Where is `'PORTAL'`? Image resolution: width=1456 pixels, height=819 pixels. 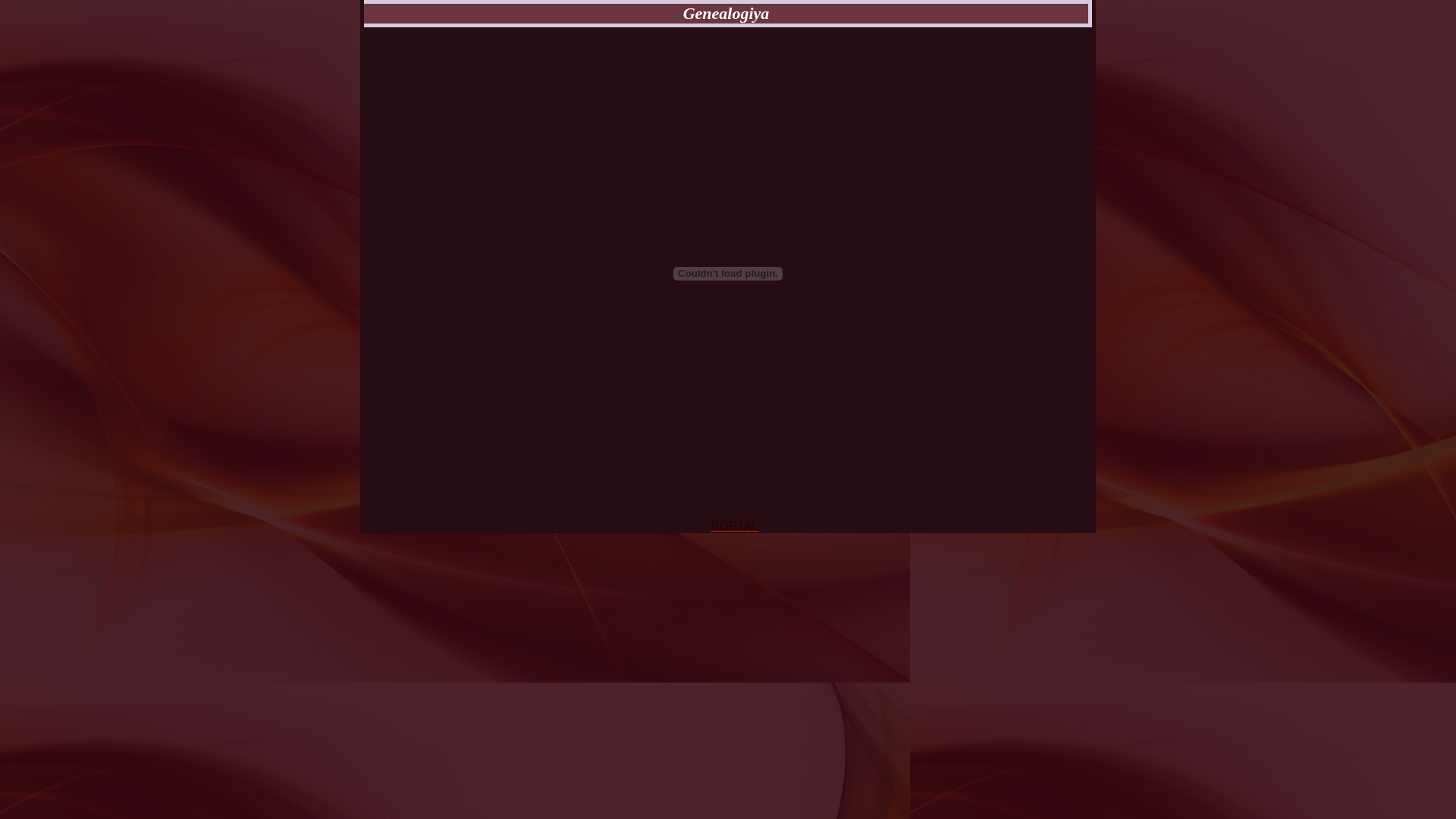
'PORTAL' is located at coordinates (735, 525).